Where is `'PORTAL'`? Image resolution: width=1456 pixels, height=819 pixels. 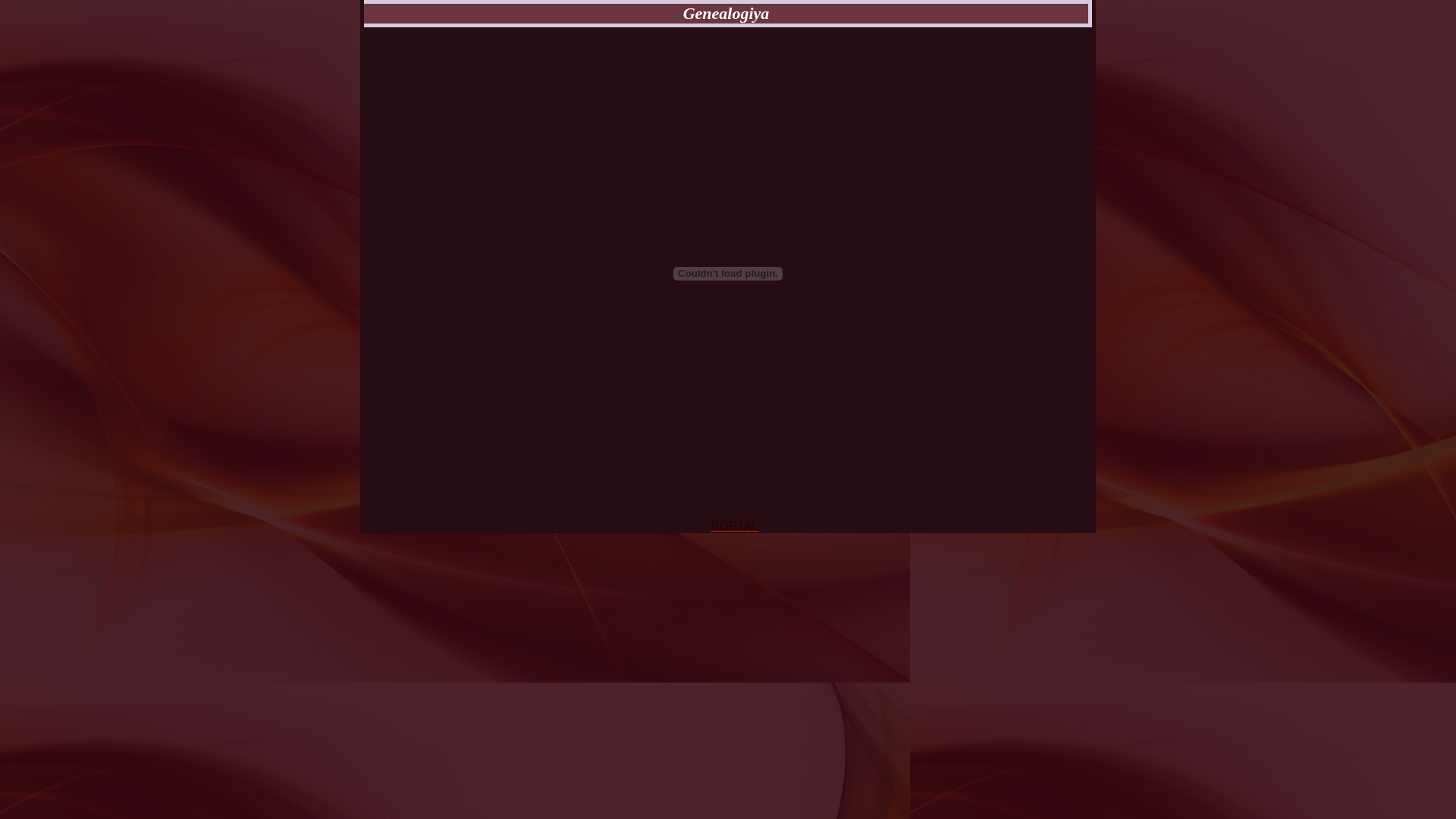
'PORTAL' is located at coordinates (735, 525).